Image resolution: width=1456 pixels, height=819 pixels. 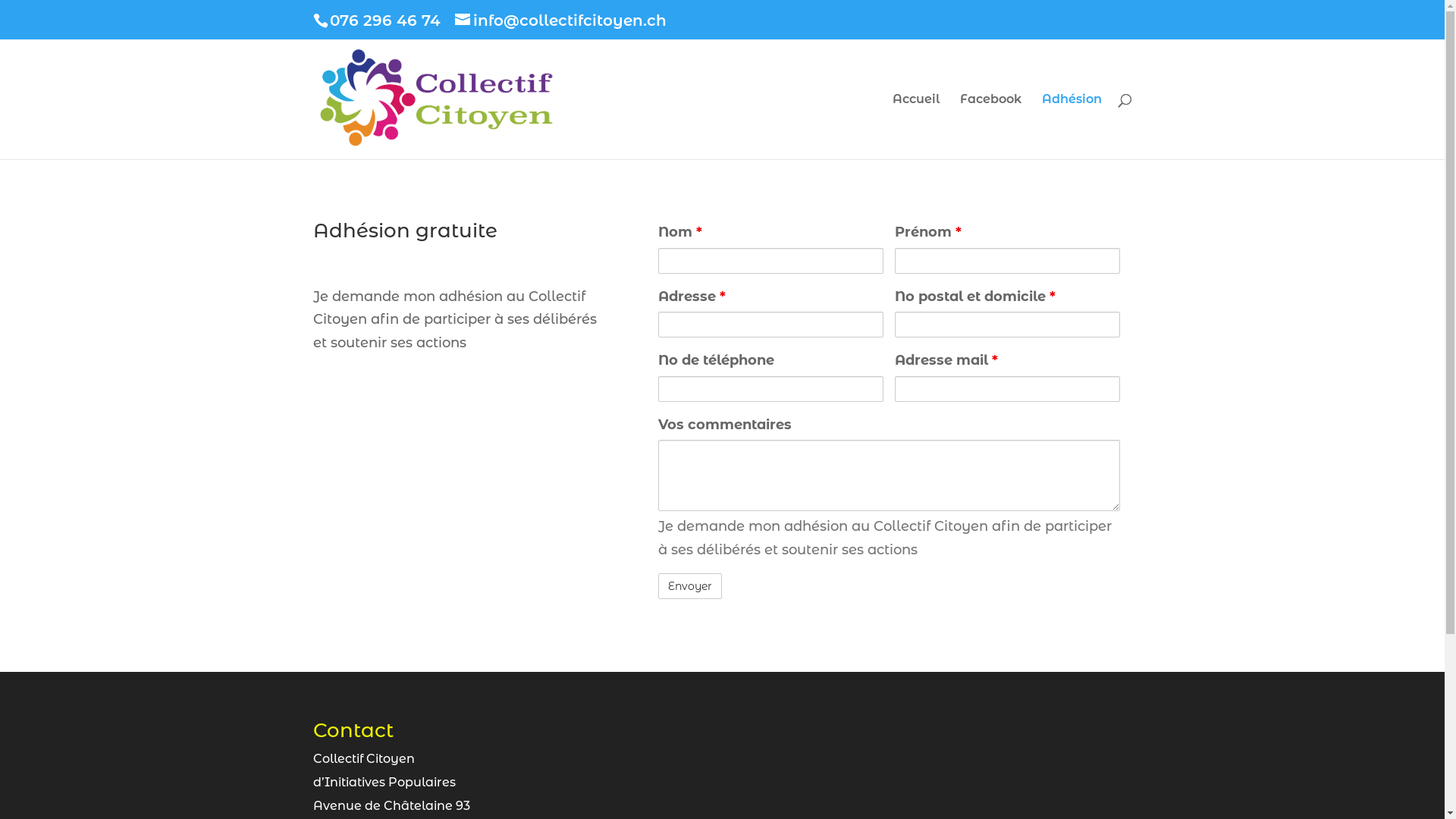 I want to click on 'Accueil', so click(x=914, y=125).